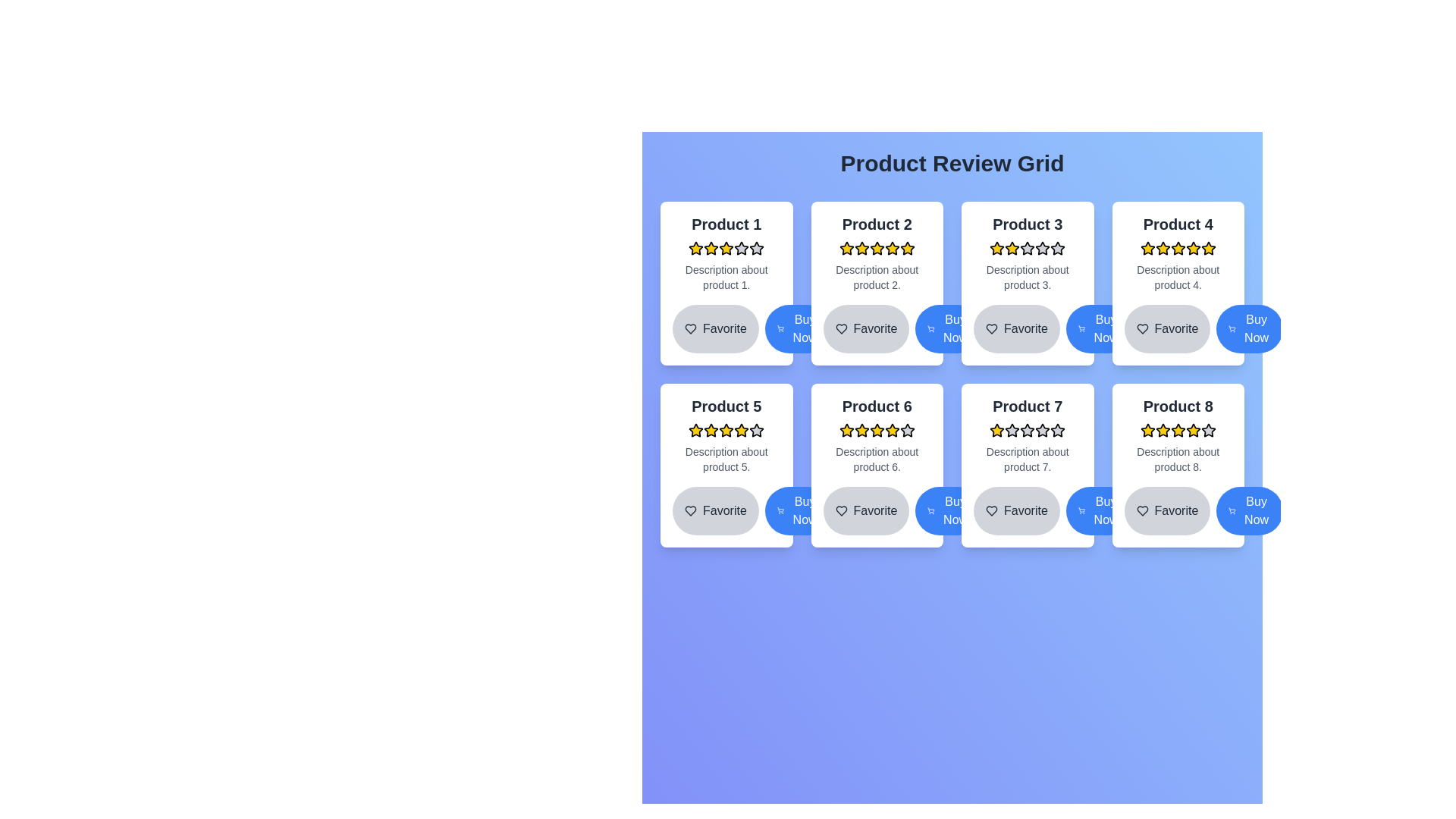 This screenshot has height=819, width=1456. I want to click on the third star icon in the rating system for the second product card to interact with the rating system, so click(861, 247).